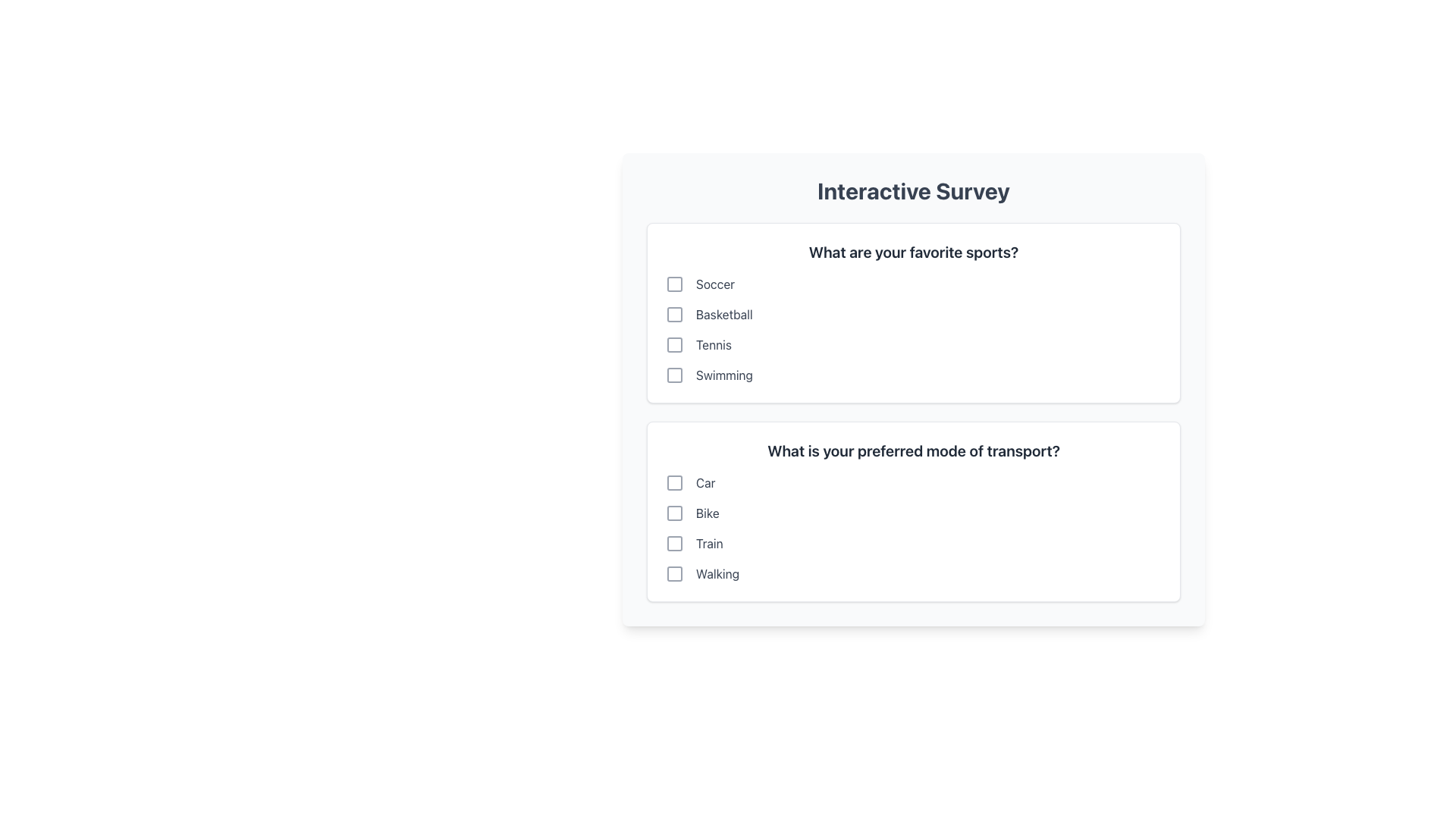 The height and width of the screenshot is (819, 1456). What do you see at coordinates (673, 284) in the screenshot?
I see `the checkbox located on the left side of the first list item labeled 'What are your favorite sports?' above the text 'Soccer'` at bounding box center [673, 284].